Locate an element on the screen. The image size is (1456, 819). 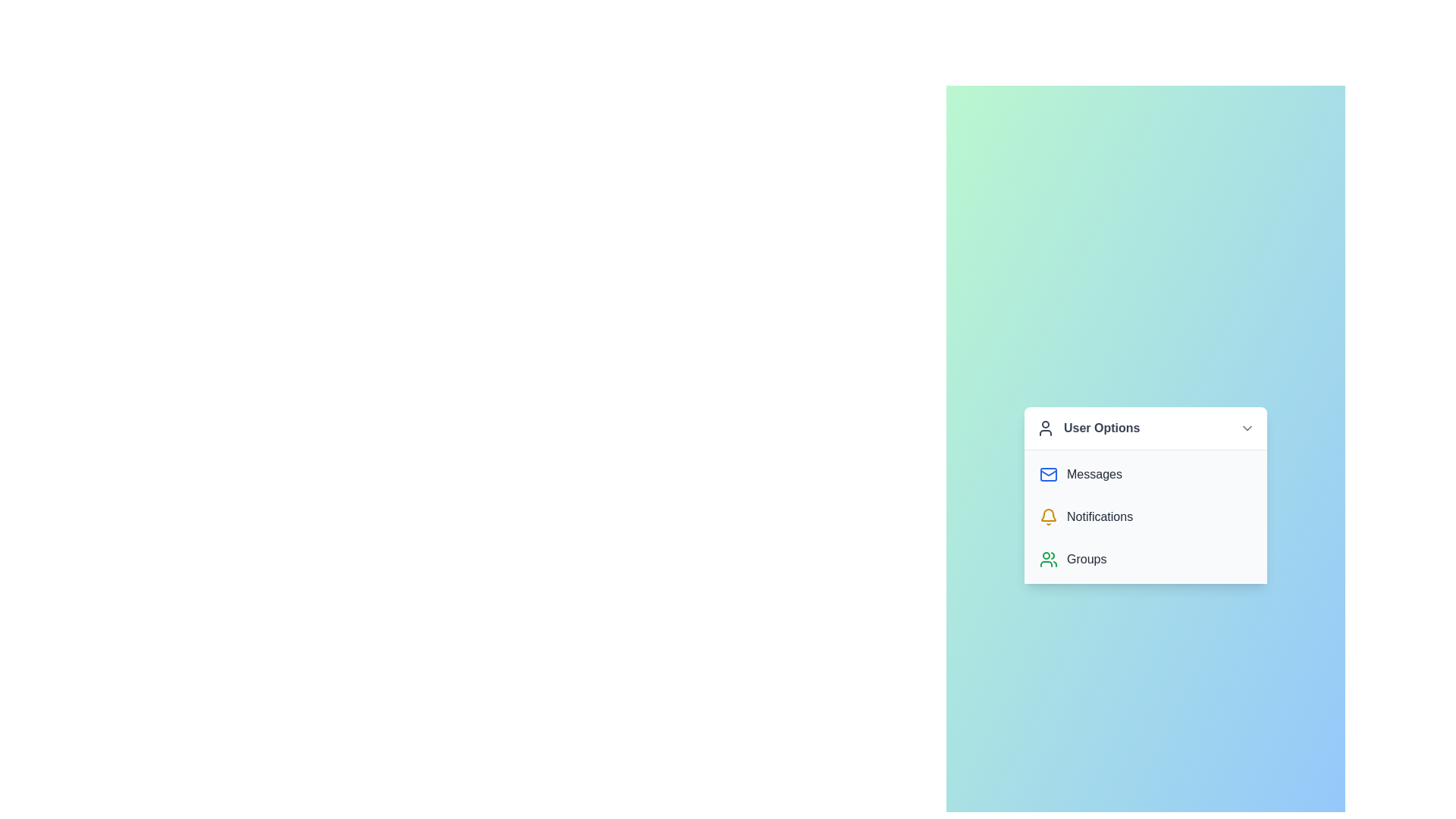
the 'Messages' text label located in the user options dropdown panel, positioned between the blue envelope icon and the 'Notifications' label is located at coordinates (1094, 473).